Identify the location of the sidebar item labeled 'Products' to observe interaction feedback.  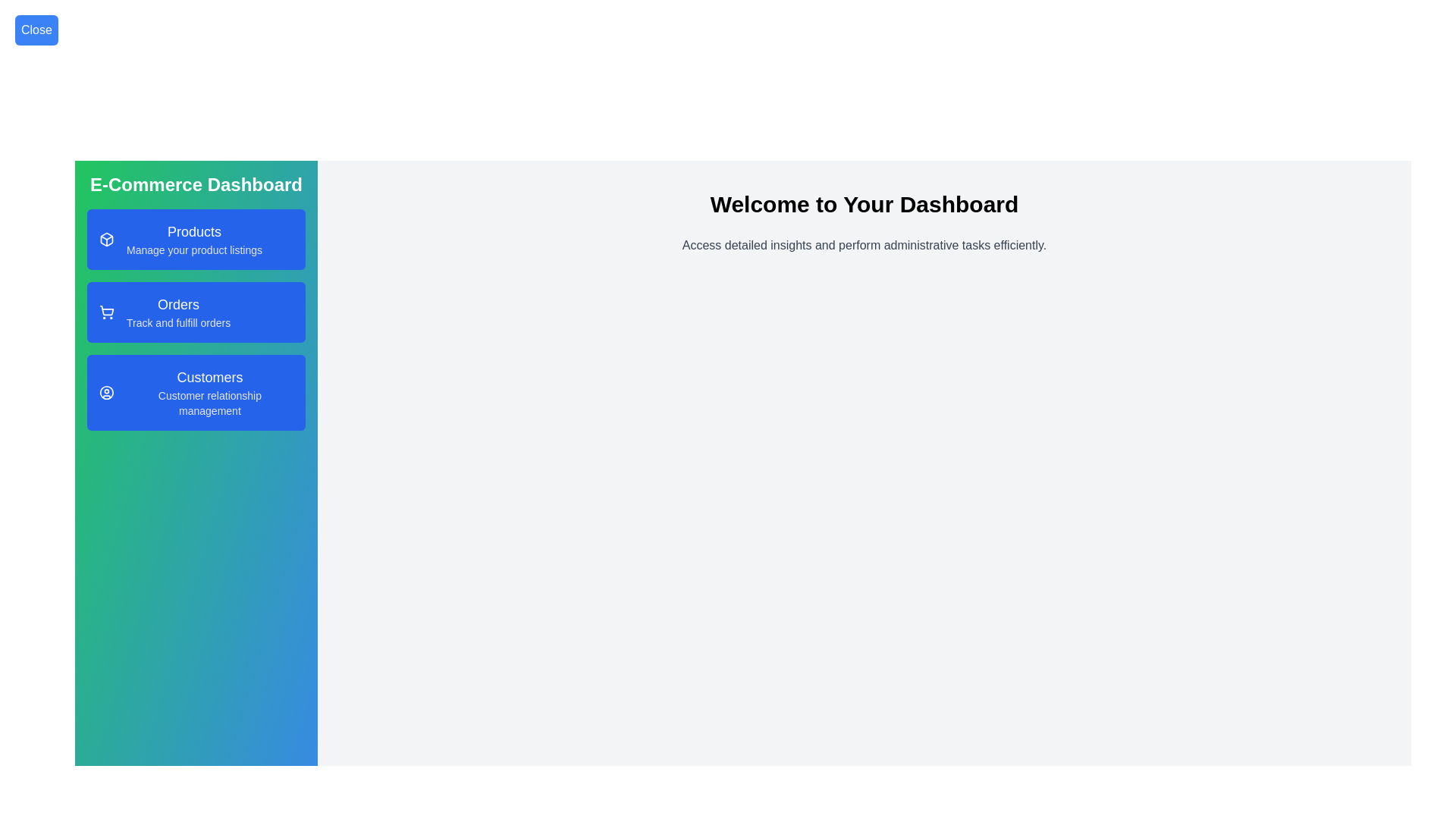
(196, 239).